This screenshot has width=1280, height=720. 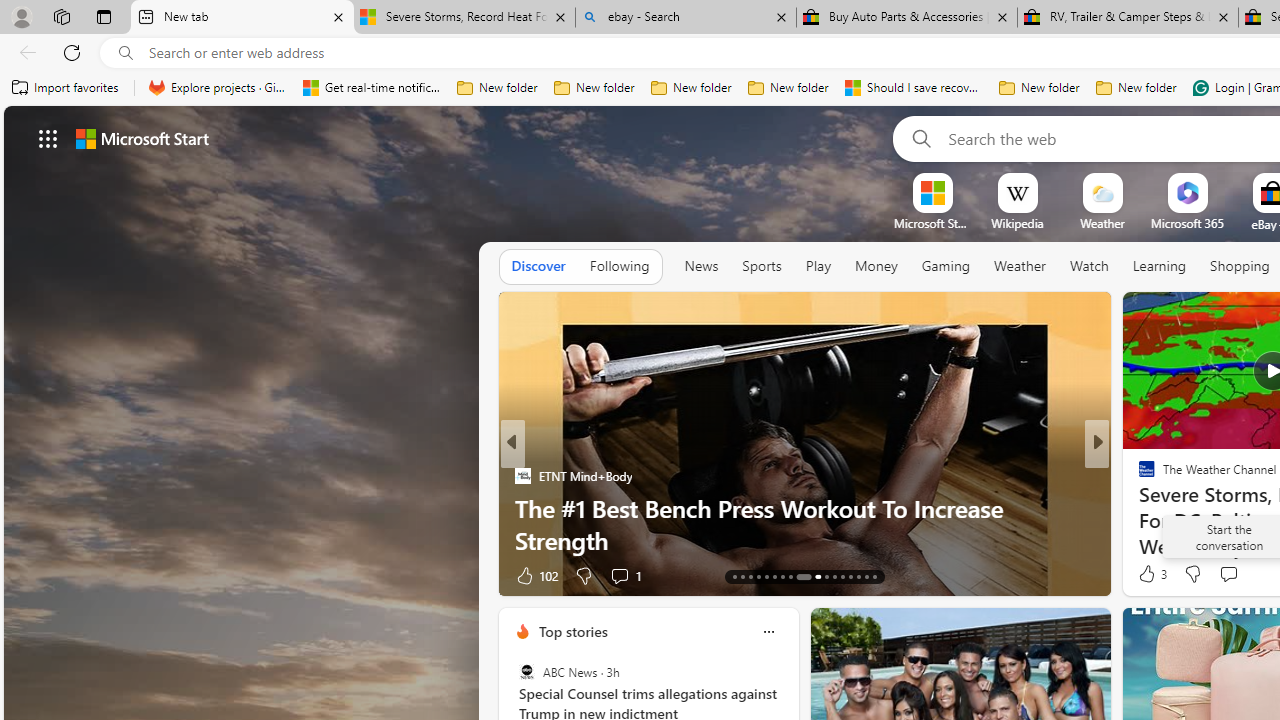 What do you see at coordinates (11, 575) in the screenshot?
I see `'View comments 96 Comment'` at bounding box center [11, 575].